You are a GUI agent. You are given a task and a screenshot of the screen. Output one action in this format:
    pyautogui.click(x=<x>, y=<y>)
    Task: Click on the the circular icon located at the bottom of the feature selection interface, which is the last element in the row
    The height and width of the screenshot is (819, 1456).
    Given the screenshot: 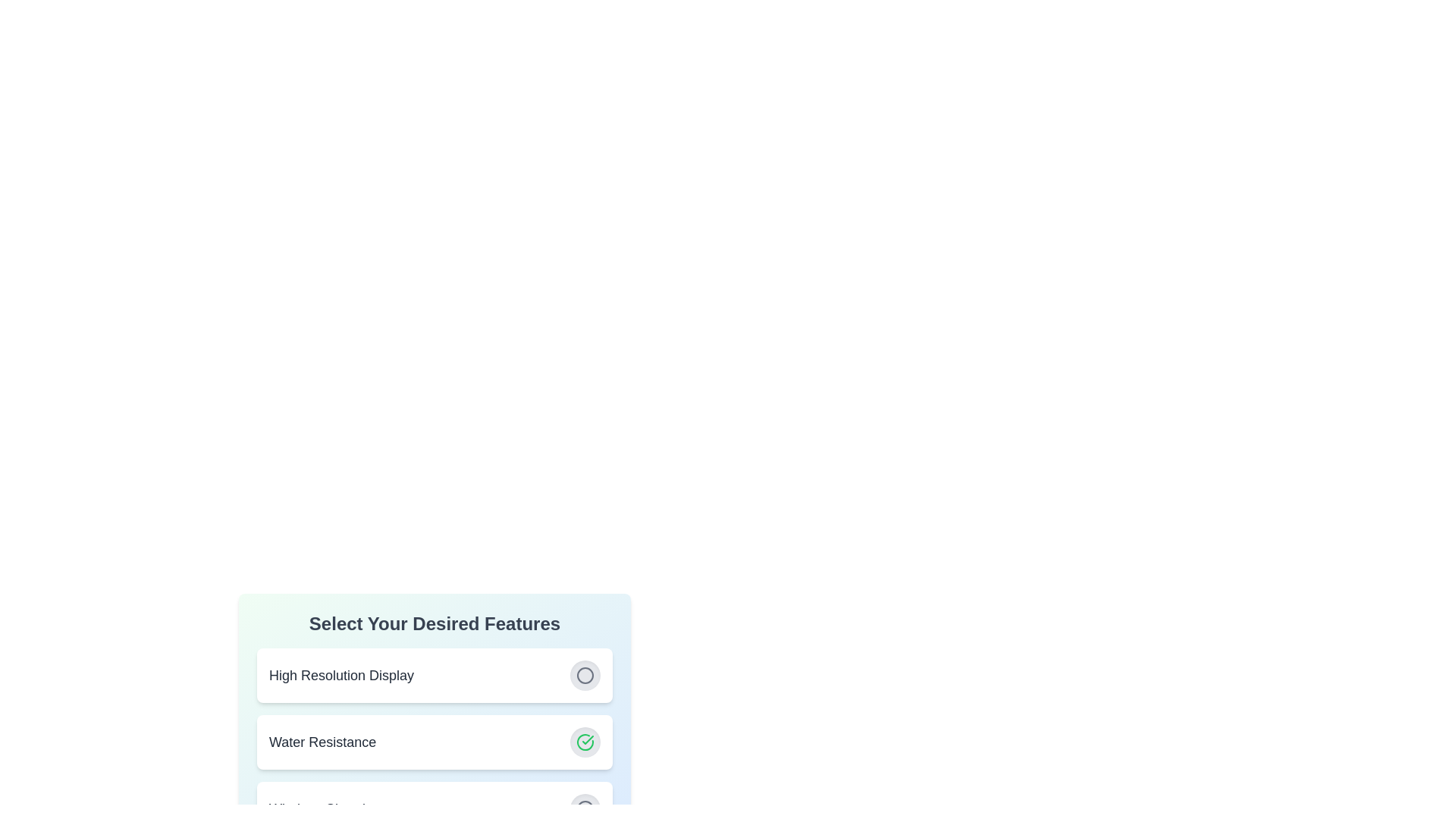 What is the action you would take?
    pyautogui.click(x=585, y=808)
    